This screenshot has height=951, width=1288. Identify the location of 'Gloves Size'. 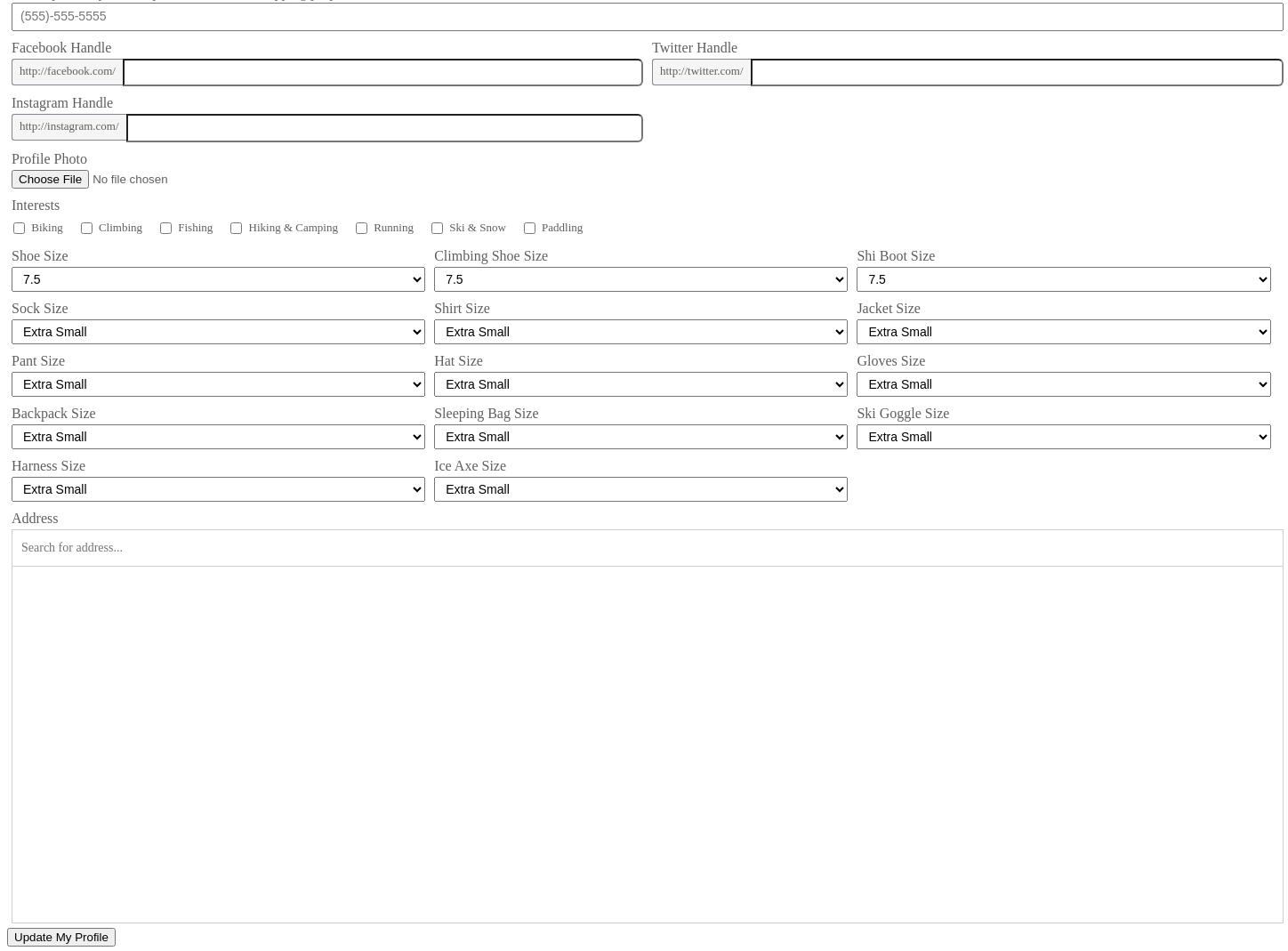
(890, 360).